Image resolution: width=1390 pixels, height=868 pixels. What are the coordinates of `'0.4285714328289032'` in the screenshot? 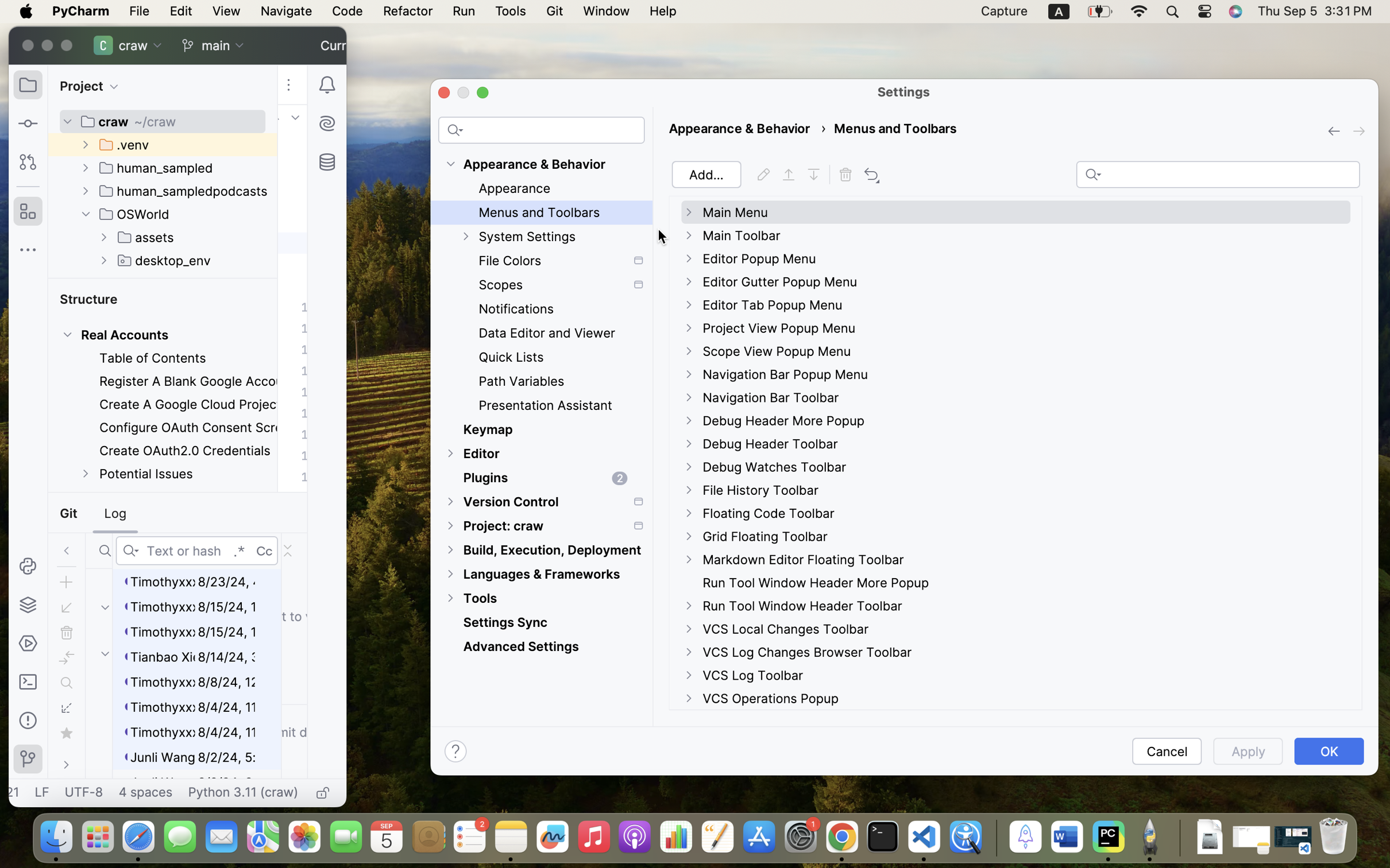 It's located at (994, 837).